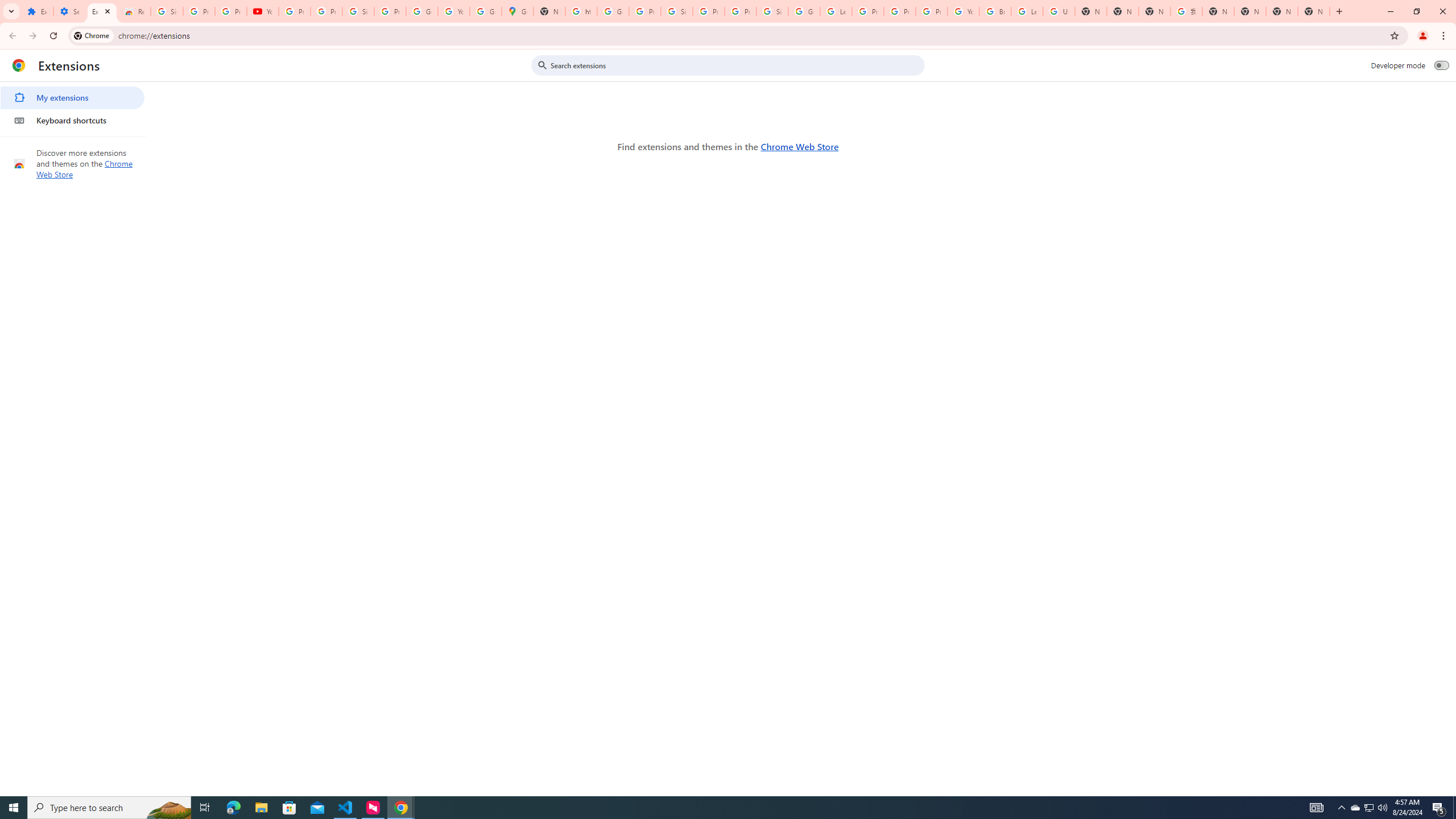 This screenshot has height=819, width=1456. Describe the element at coordinates (735, 65) in the screenshot. I see `'Search extensions'` at that location.